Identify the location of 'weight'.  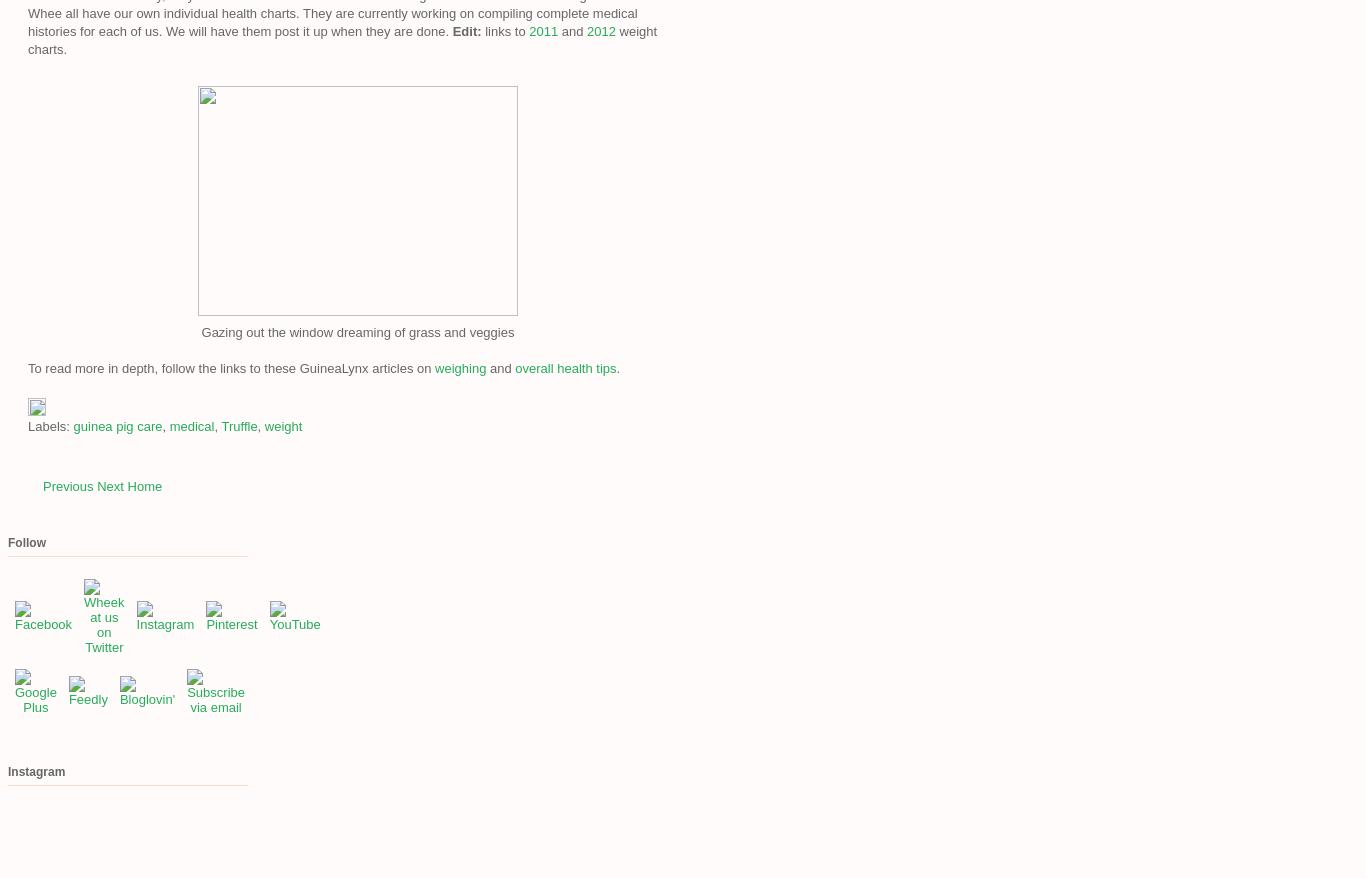
(283, 425).